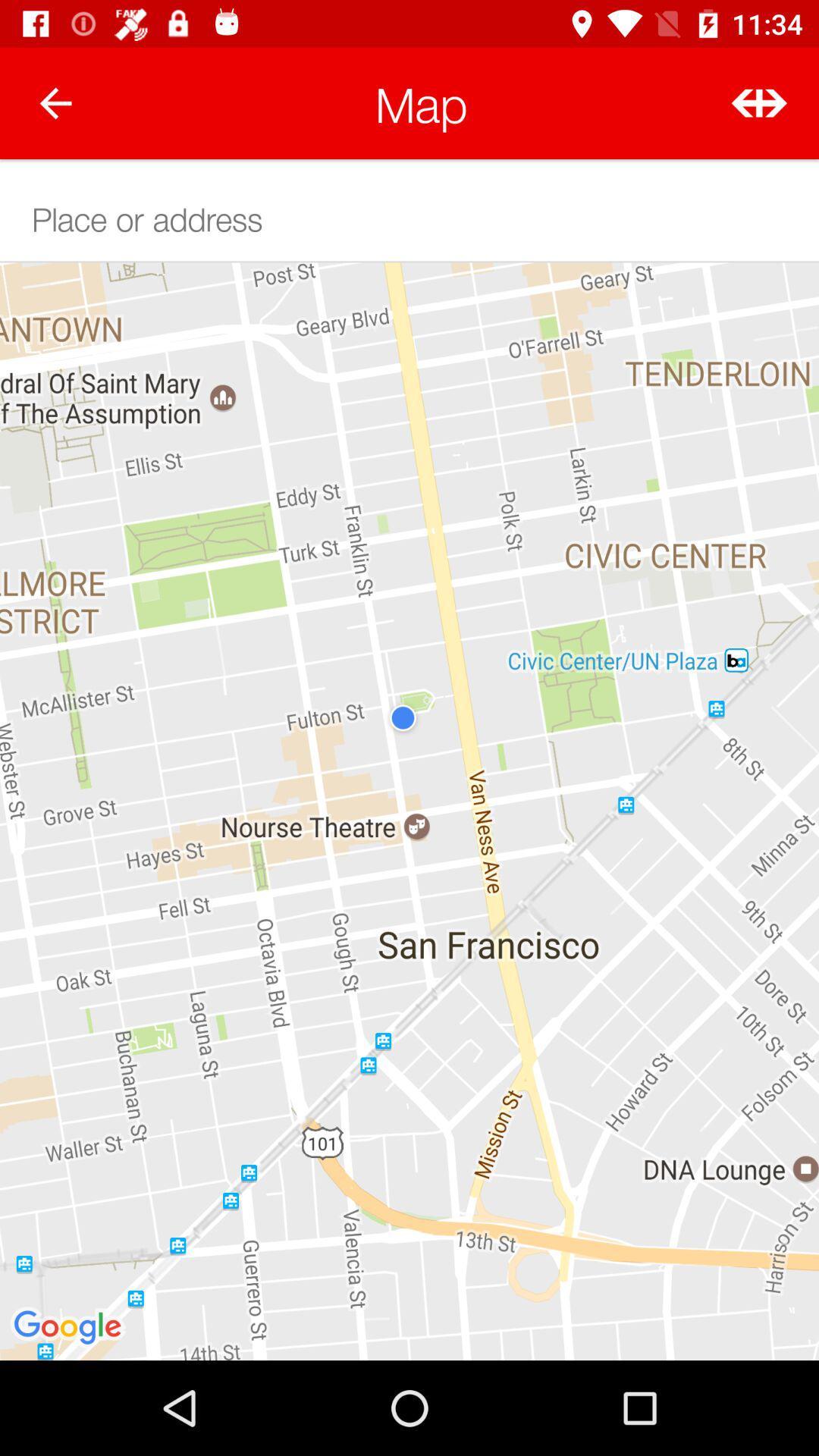 The width and height of the screenshot is (819, 1456). What do you see at coordinates (409, 216) in the screenshot?
I see `type the address` at bounding box center [409, 216].